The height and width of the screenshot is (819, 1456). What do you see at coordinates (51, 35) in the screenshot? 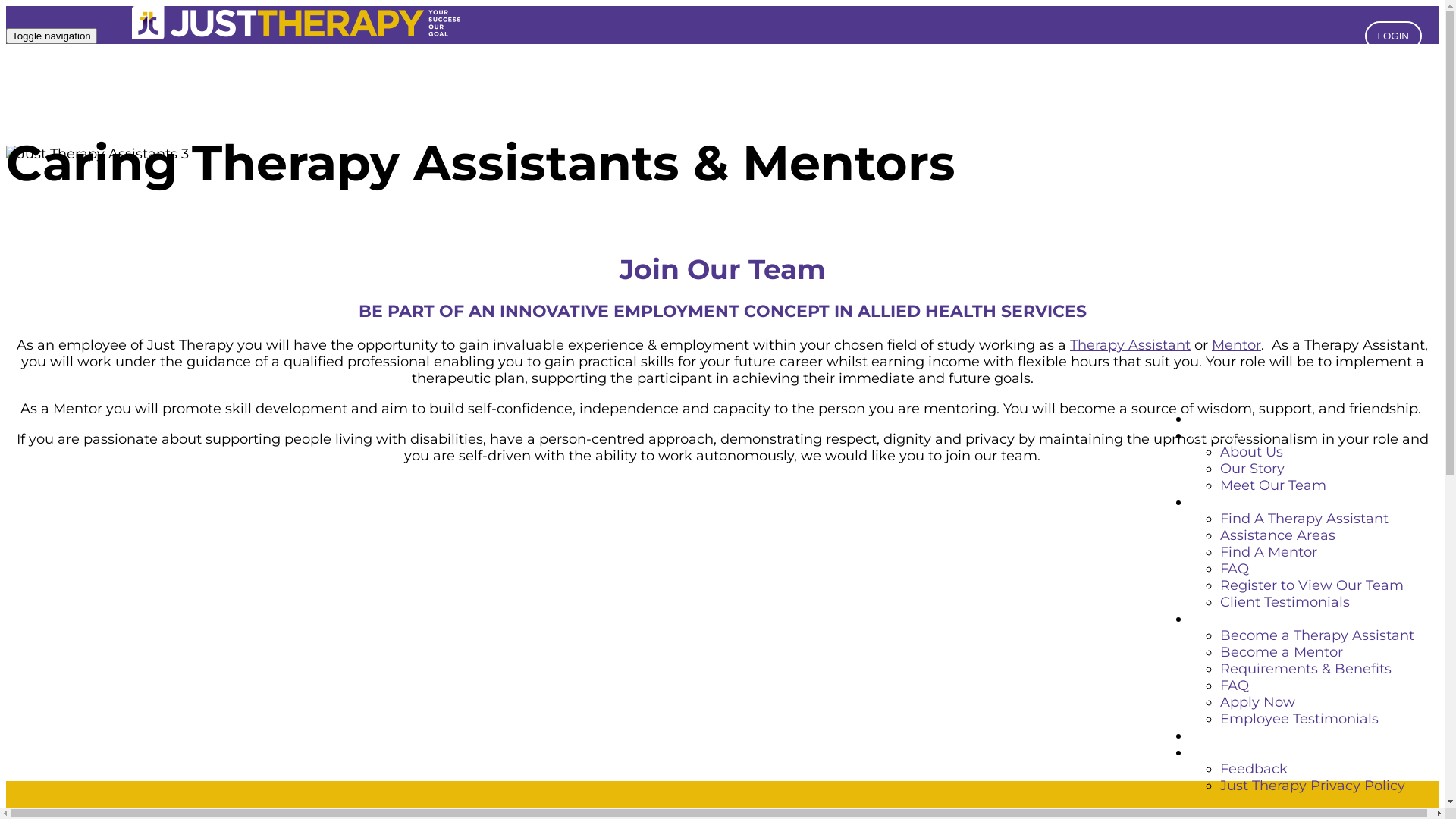
I see `'Toggle navigation'` at bounding box center [51, 35].